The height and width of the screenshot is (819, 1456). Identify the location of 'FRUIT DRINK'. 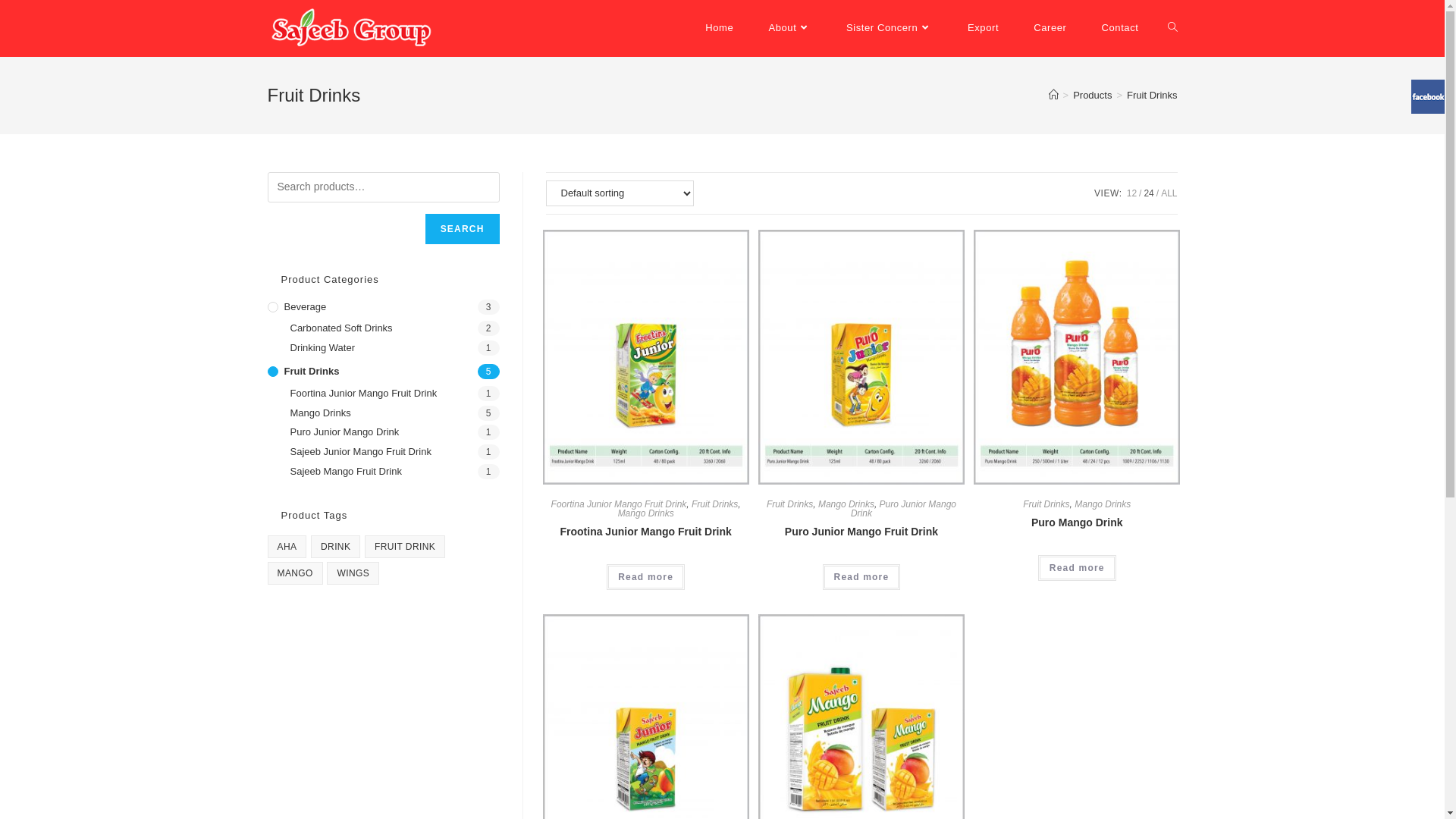
(404, 547).